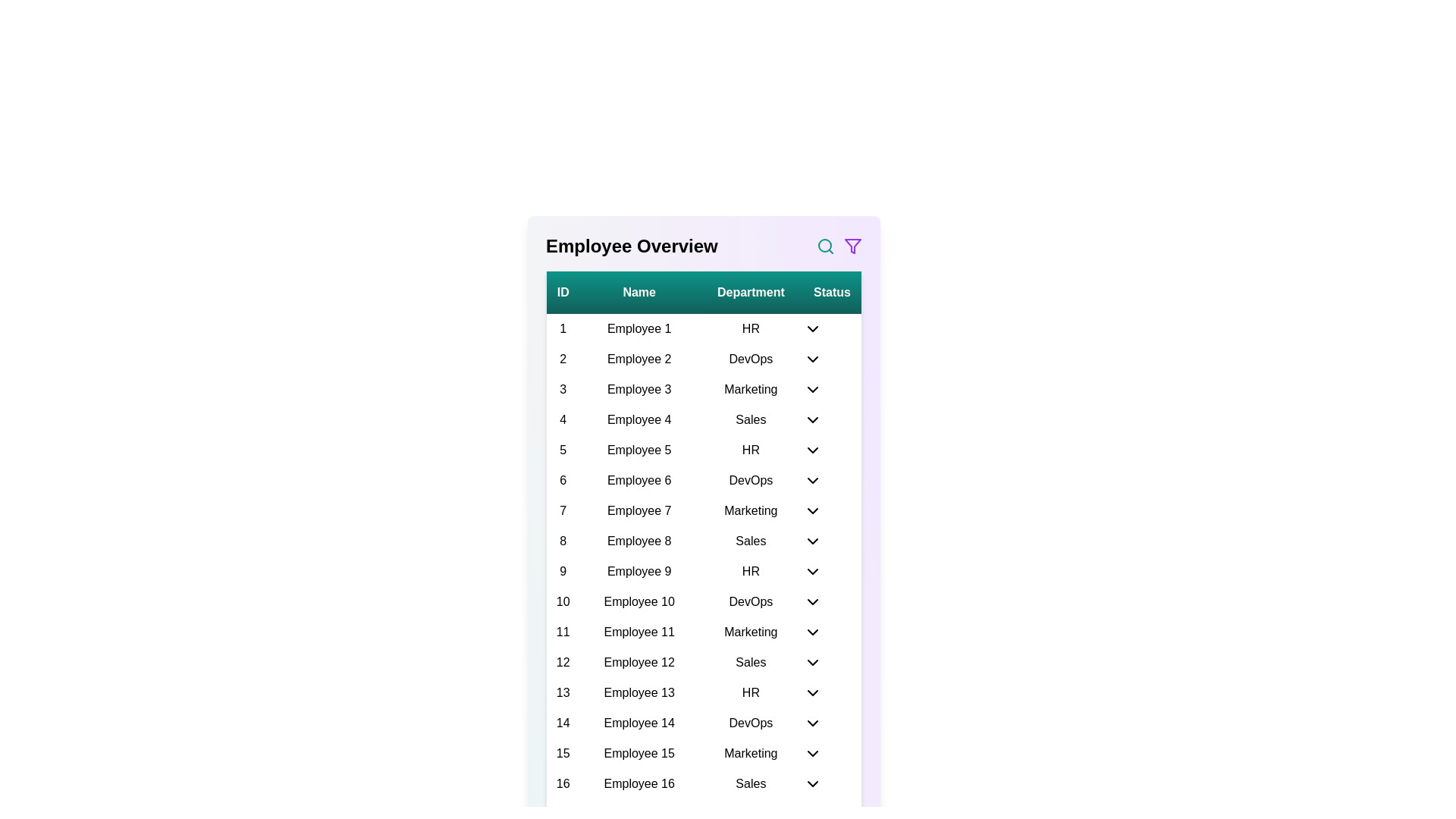 This screenshot has height=819, width=1456. I want to click on the ID header to sort the table data, so click(562, 292).